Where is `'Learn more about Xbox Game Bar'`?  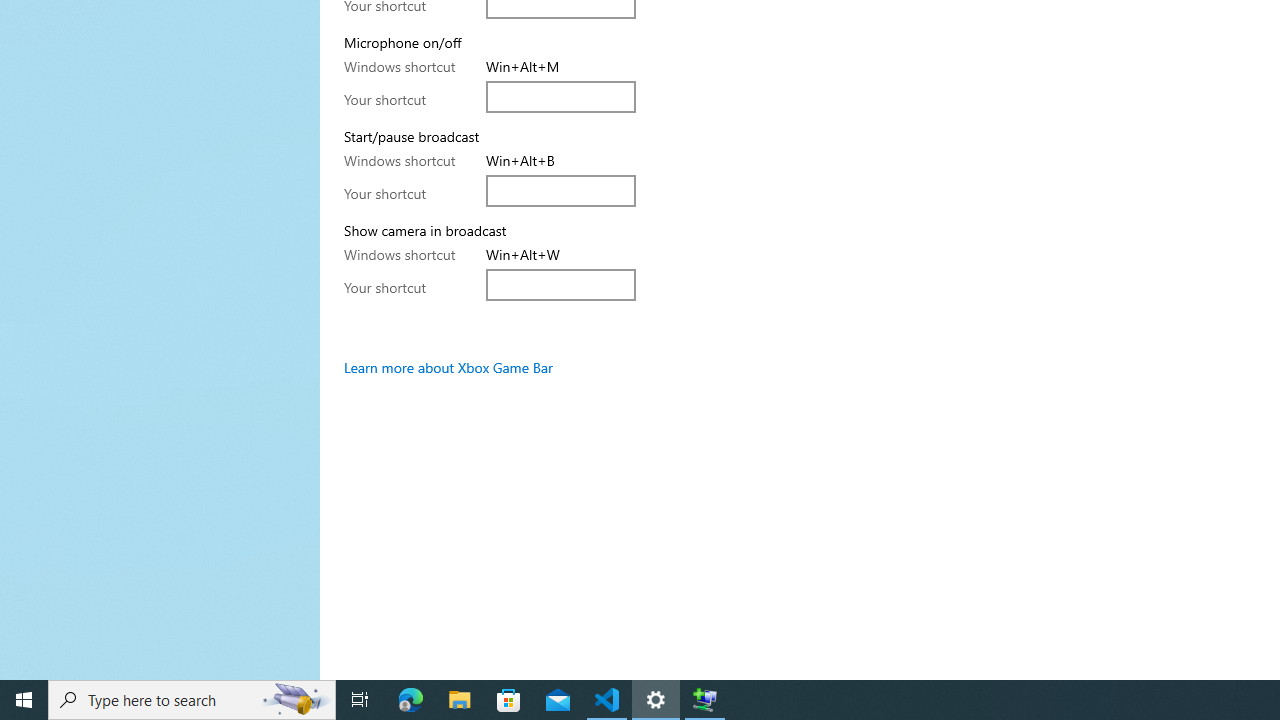
'Learn more about Xbox Game Bar' is located at coordinates (447, 367).